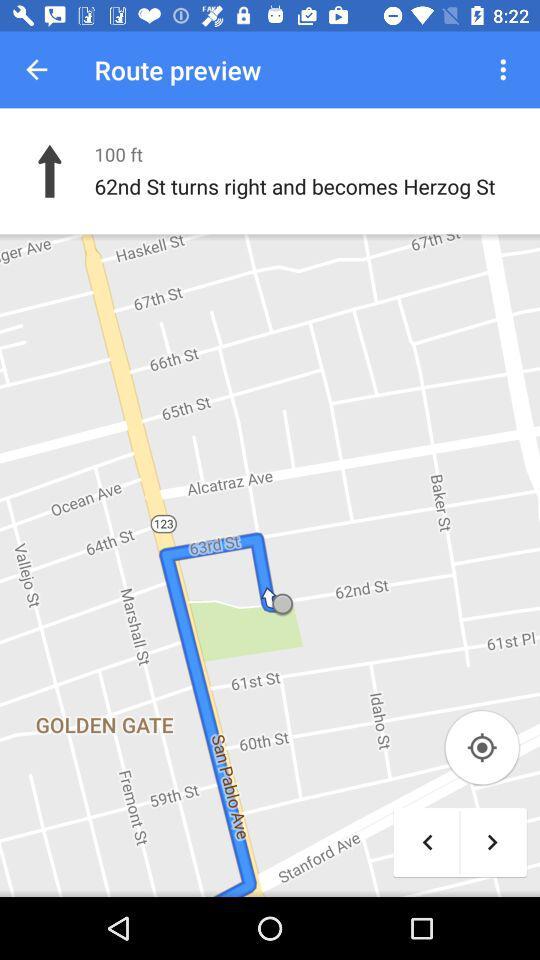  What do you see at coordinates (426, 841) in the screenshot?
I see `the arrow_backward icon` at bounding box center [426, 841].